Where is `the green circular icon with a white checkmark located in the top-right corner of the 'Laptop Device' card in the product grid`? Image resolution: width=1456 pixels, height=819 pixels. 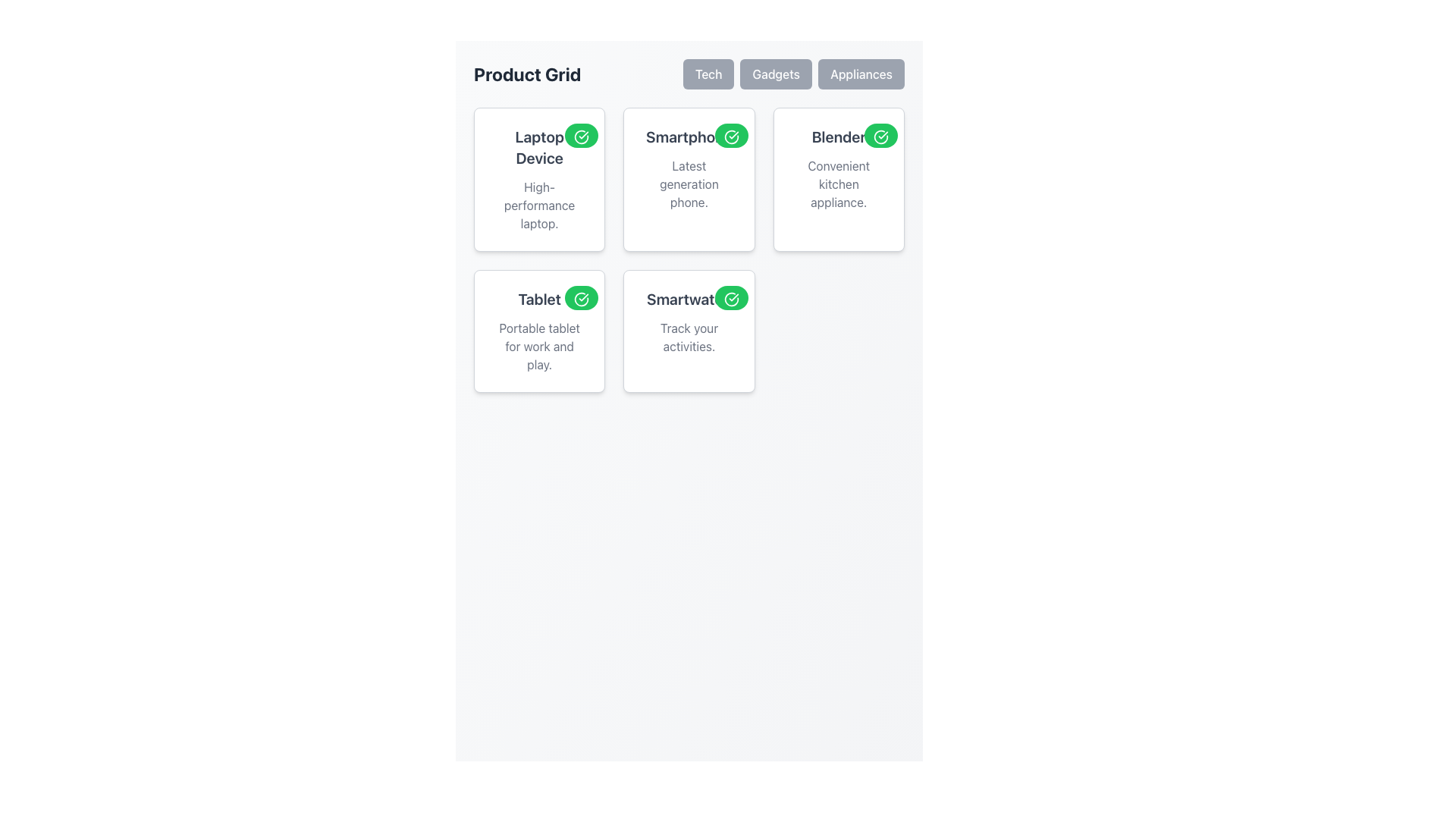
the green circular icon with a white checkmark located in the top-right corner of the 'Laptop Device' card in the product grid is located at coordinates (581, 136).